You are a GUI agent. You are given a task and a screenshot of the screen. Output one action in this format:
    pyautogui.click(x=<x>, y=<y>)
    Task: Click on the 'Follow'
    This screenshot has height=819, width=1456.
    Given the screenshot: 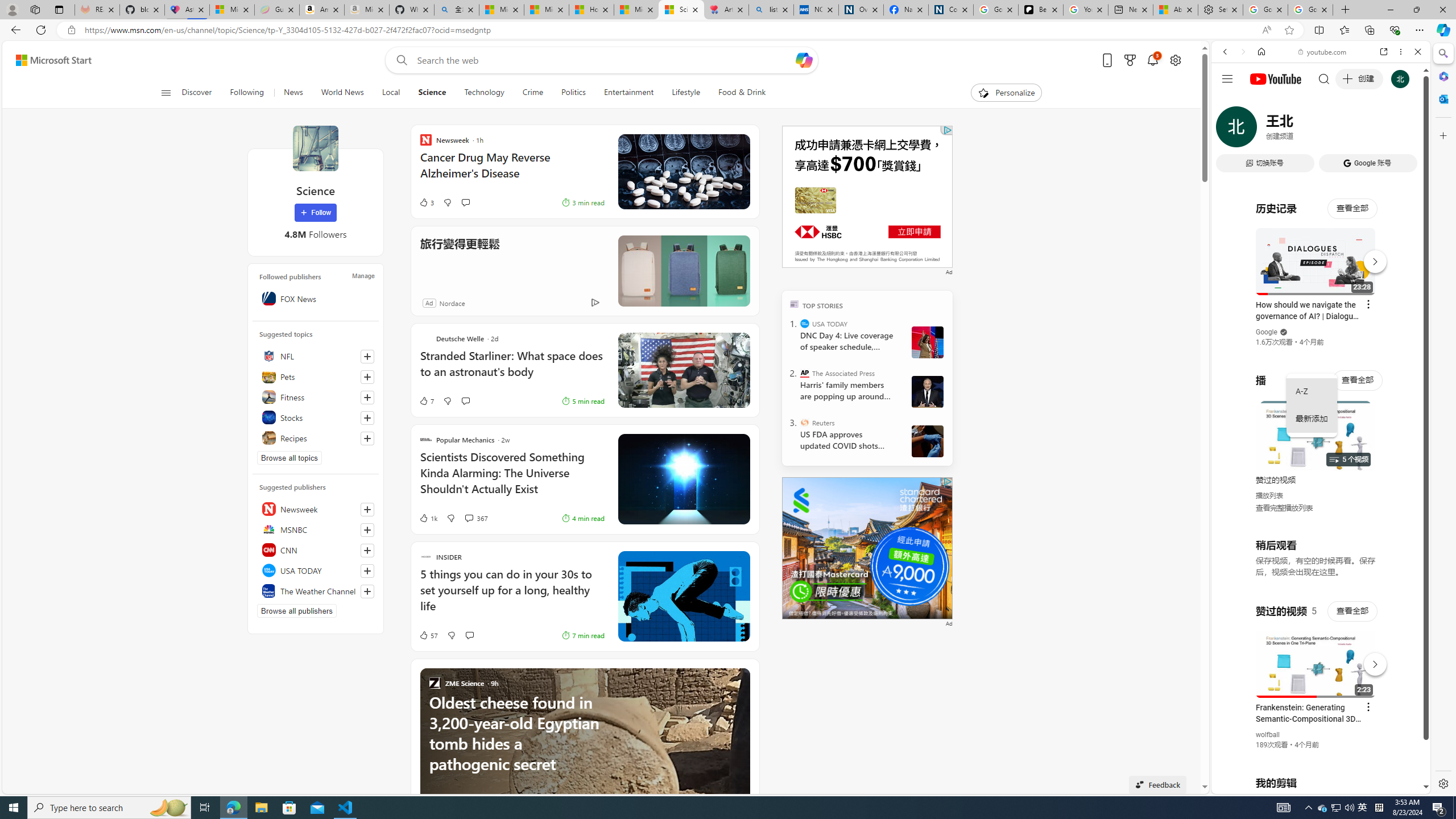 What is the action you would take?
    pyautogui.click(x=315, y=213)
    